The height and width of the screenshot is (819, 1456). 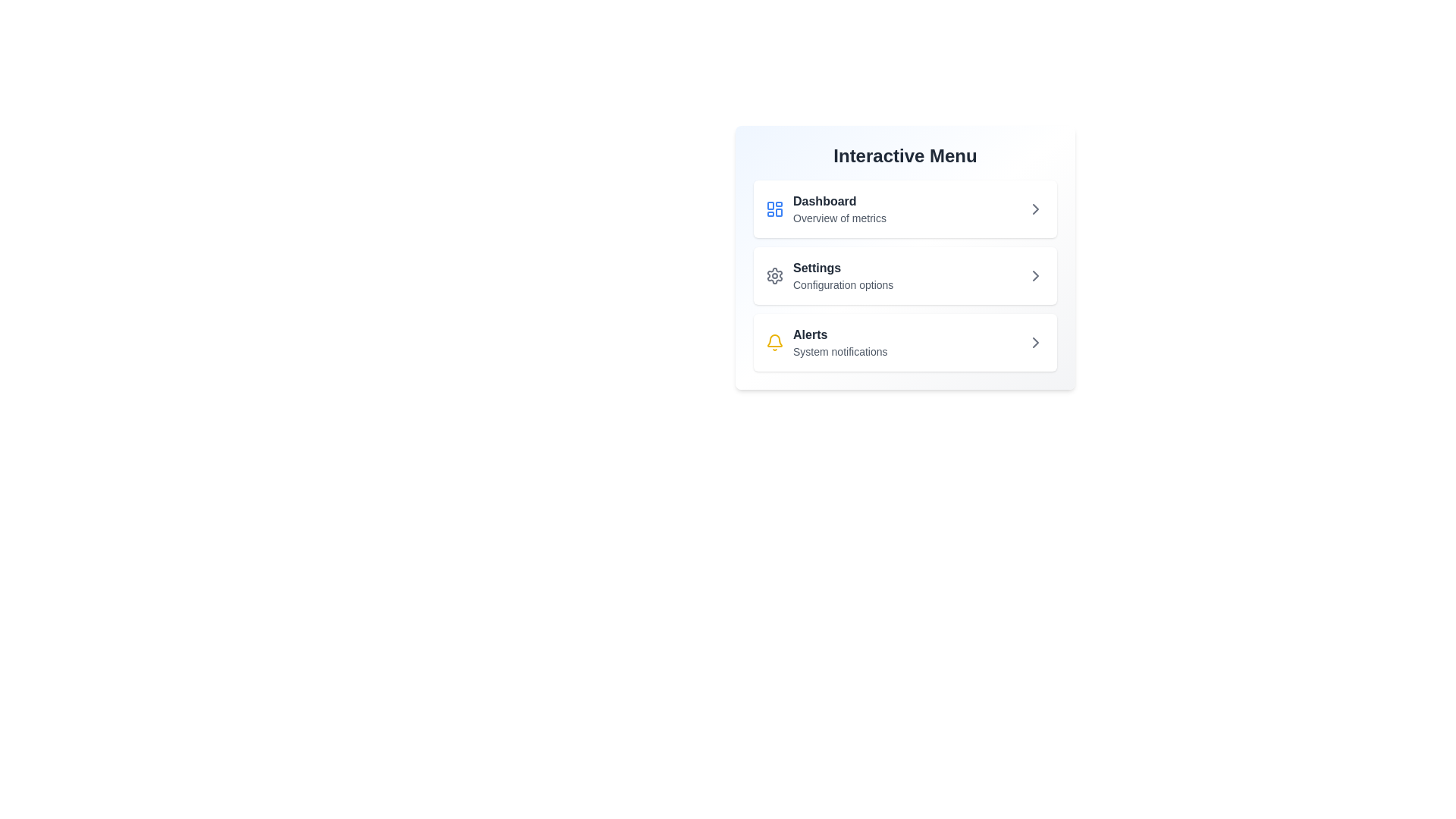 I want to click on the middle clickable card in the Interactive Menu section, so click(x=905, y=256).